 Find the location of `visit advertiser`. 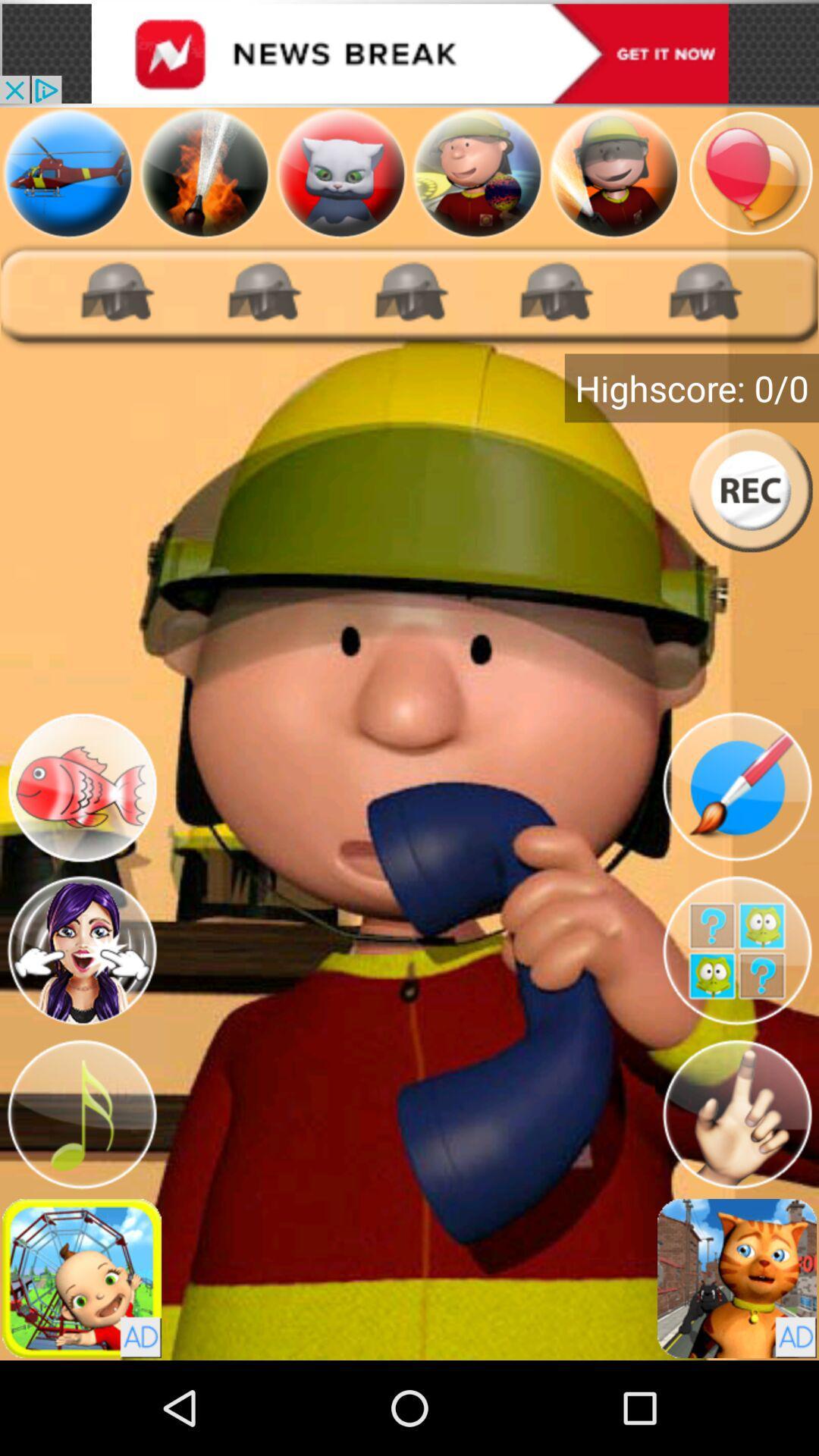

visit advertiser is located at coordinates (409, 53).